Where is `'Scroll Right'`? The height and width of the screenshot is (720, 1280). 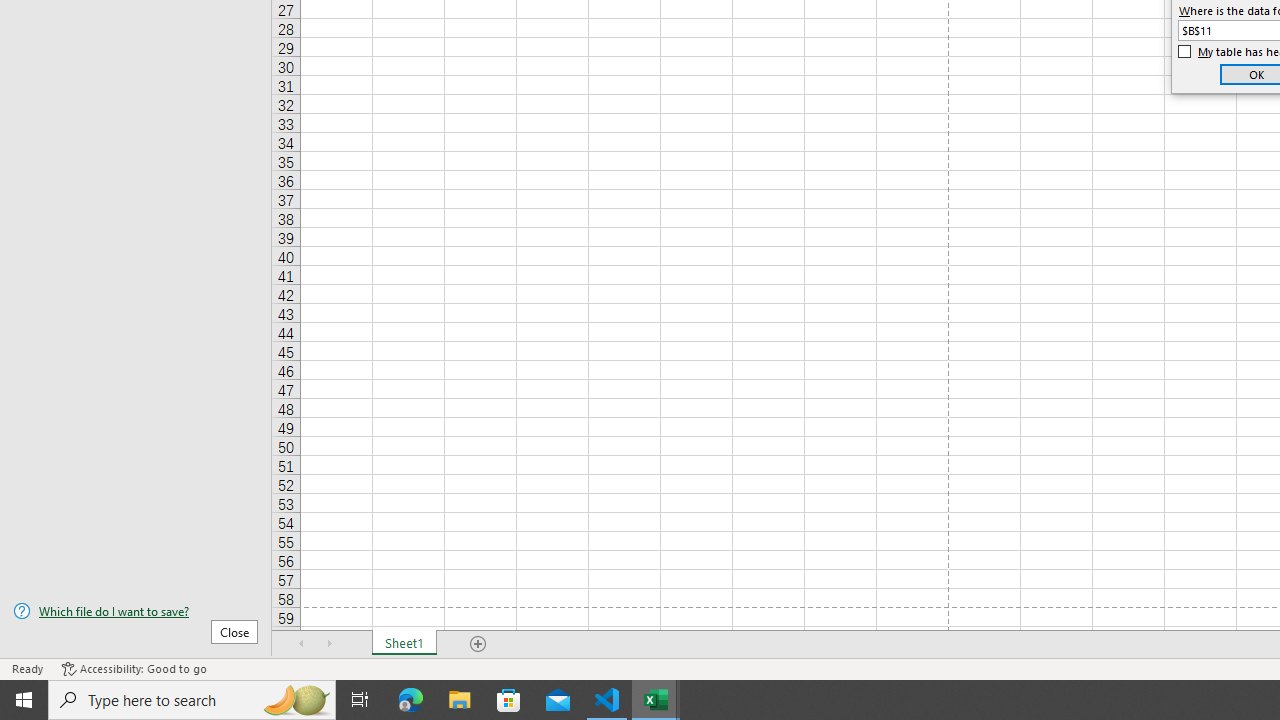
'Scroll Right' is located at coordinates (330, 644).